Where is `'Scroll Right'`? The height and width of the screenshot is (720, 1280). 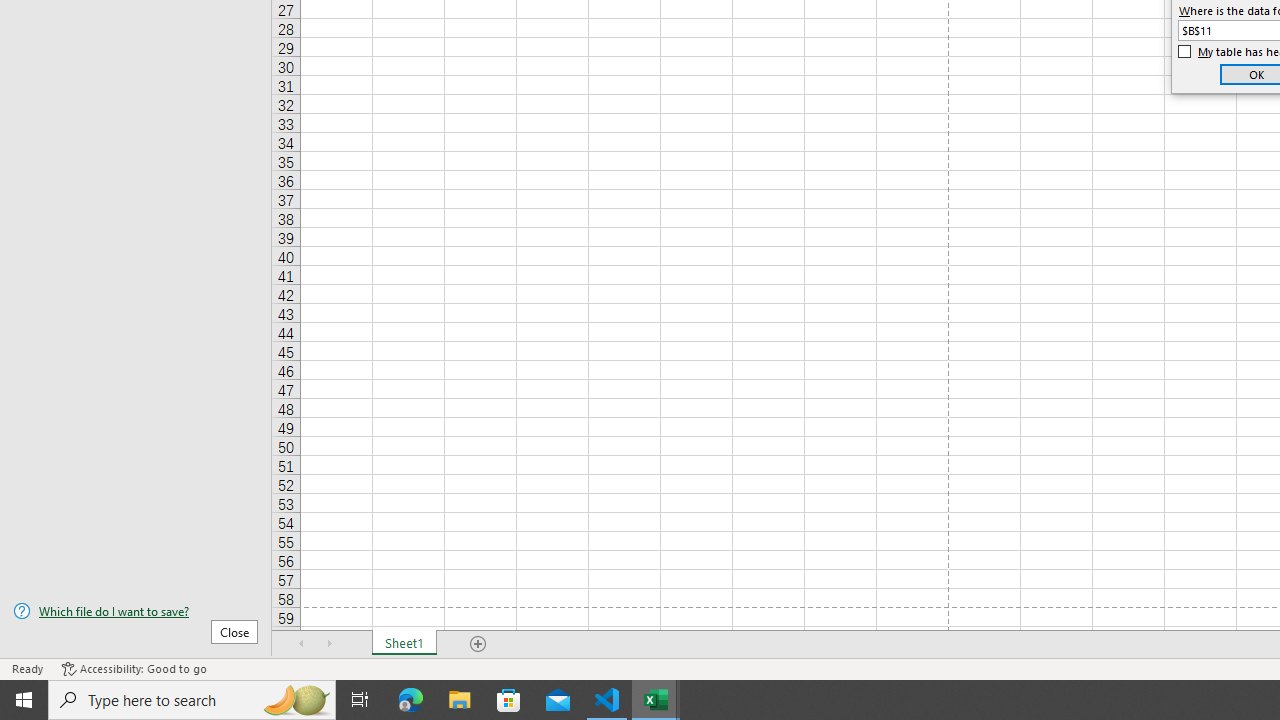
'Scroll Right' is located at coordinates (330, 644).